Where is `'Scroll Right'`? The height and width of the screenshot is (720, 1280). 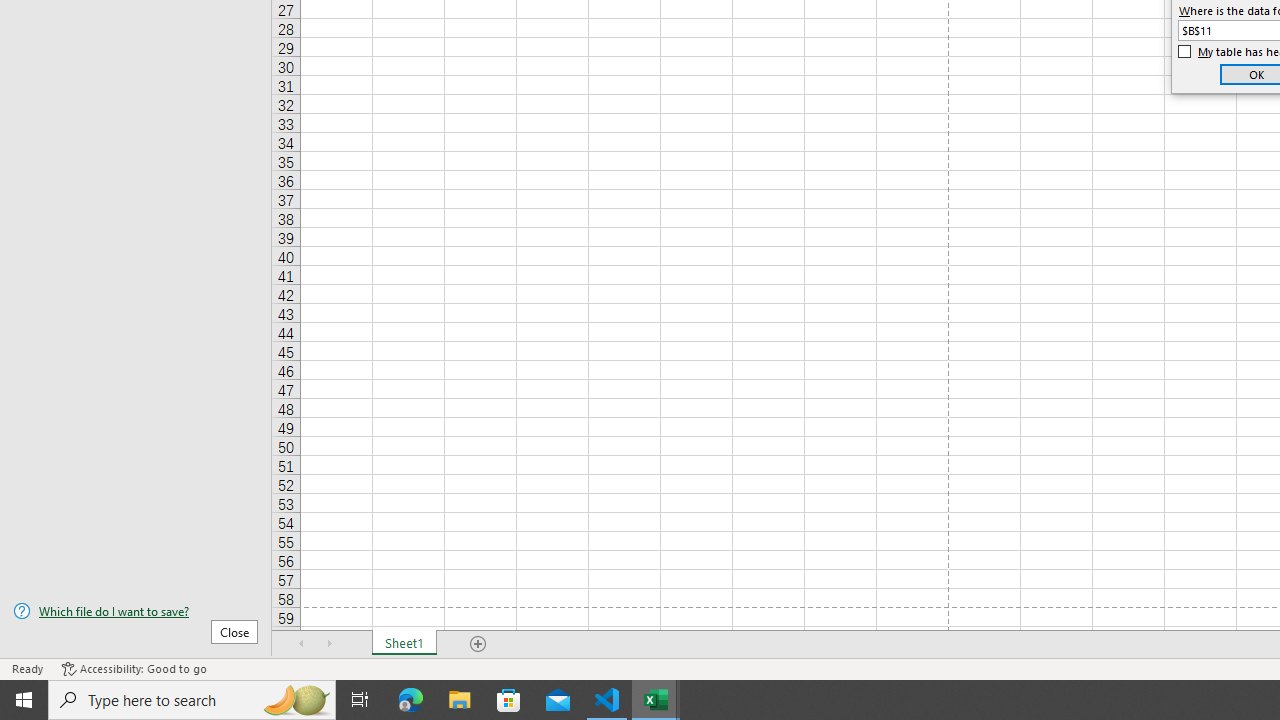
'Scroll Right' is located at coordinates (330, 644).